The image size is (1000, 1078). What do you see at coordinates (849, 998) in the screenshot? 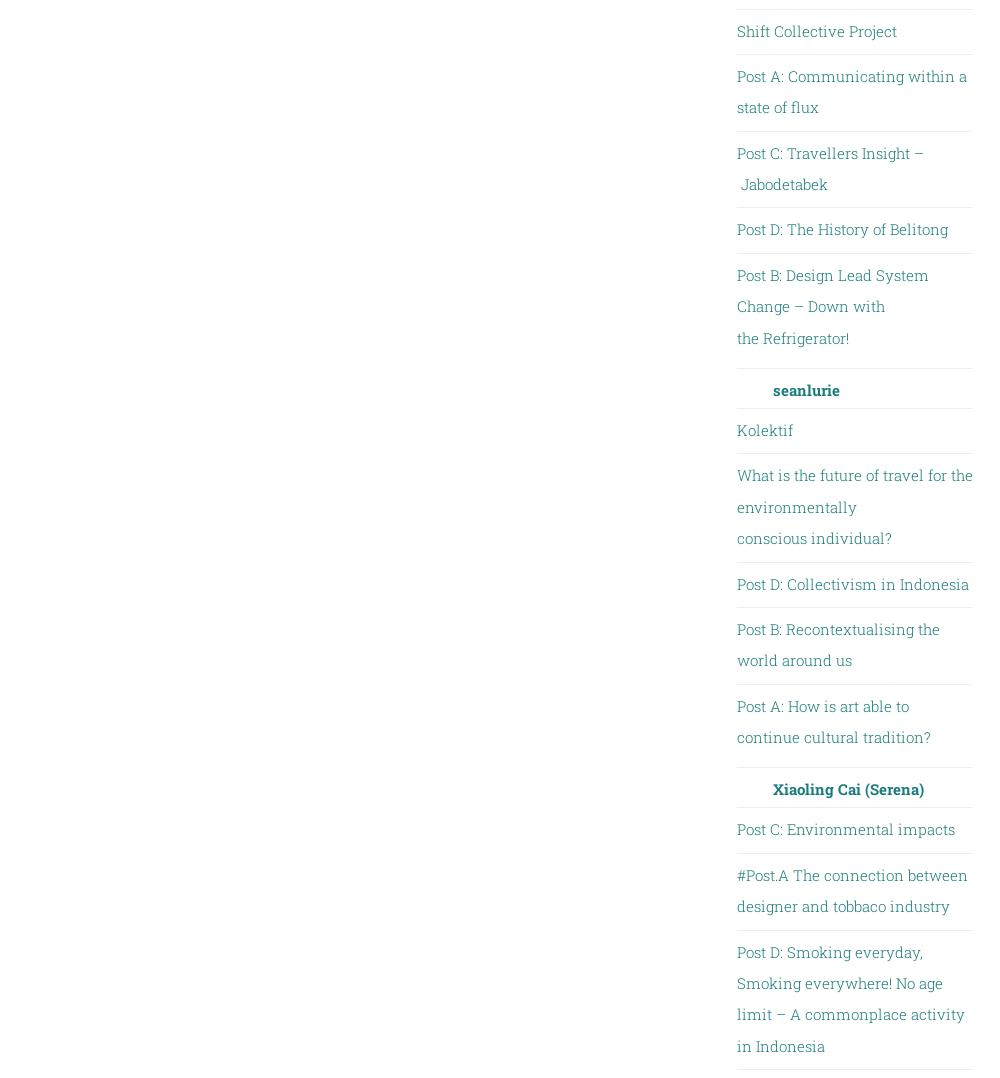
I see `'Post D: Smoking everyday, Smoking everywhere! No age limit – A commonplace activity in Indonesia'` at bounding box center [849, 998].